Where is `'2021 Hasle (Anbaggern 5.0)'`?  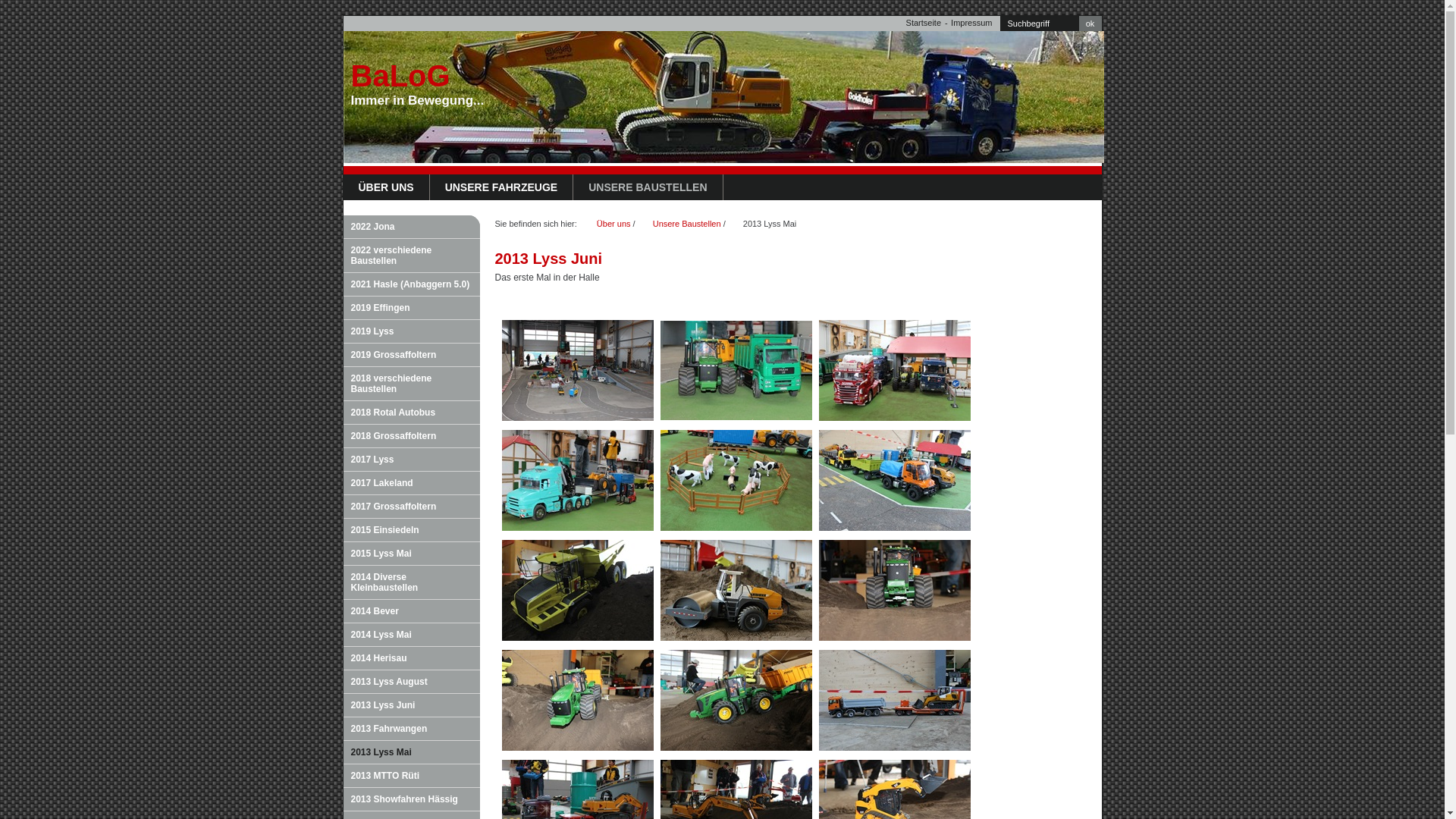 '2021 Hasle (Anbaggern 5.0)' is located at coordinates (411, 284).